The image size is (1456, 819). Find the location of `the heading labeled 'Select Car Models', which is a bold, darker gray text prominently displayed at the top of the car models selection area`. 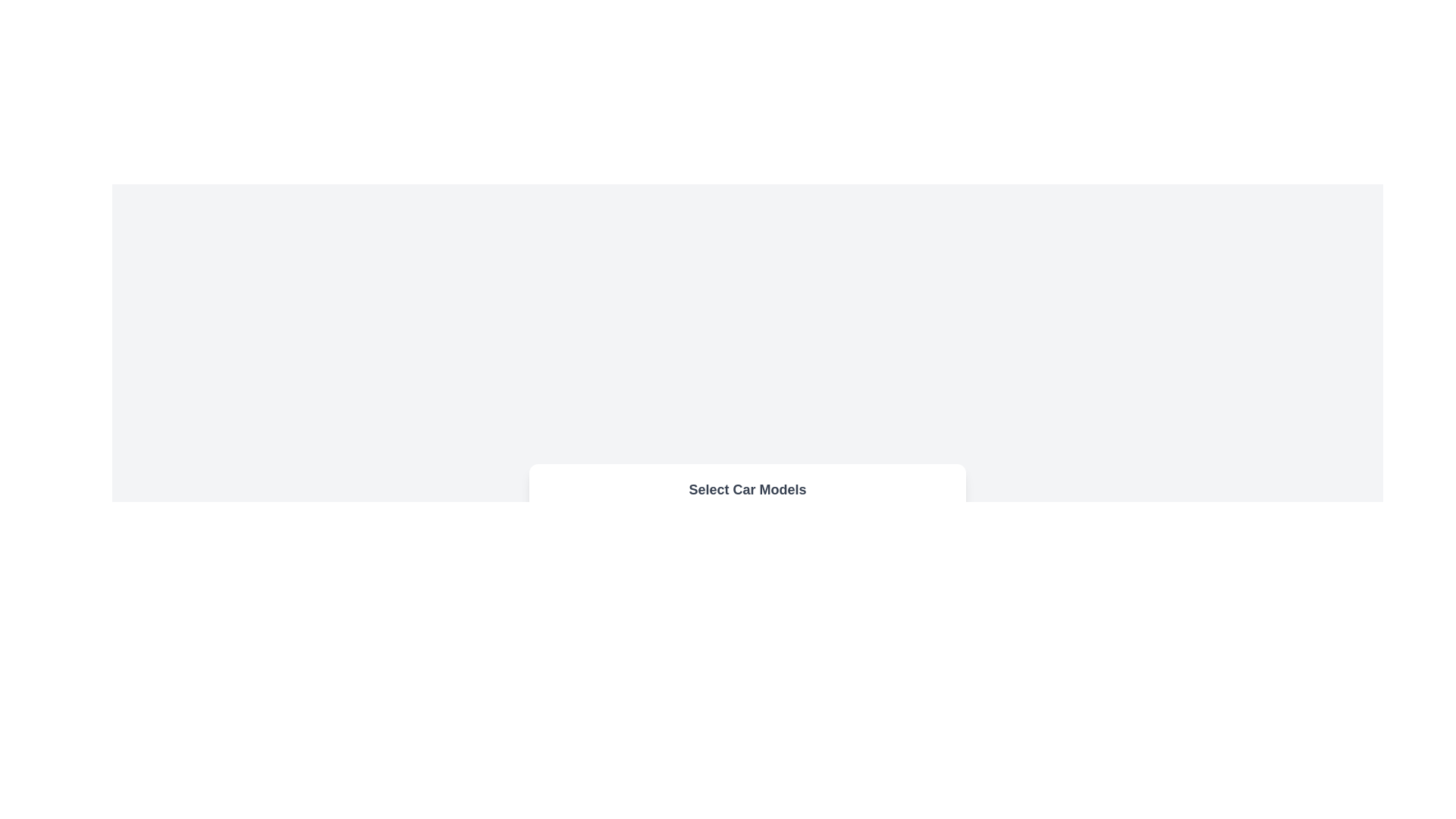

the heading labeled 'Select Car Models', which is a bold, darker gray text prominently displayed at the top of the car models selection area is located at coordinates (747, 489).